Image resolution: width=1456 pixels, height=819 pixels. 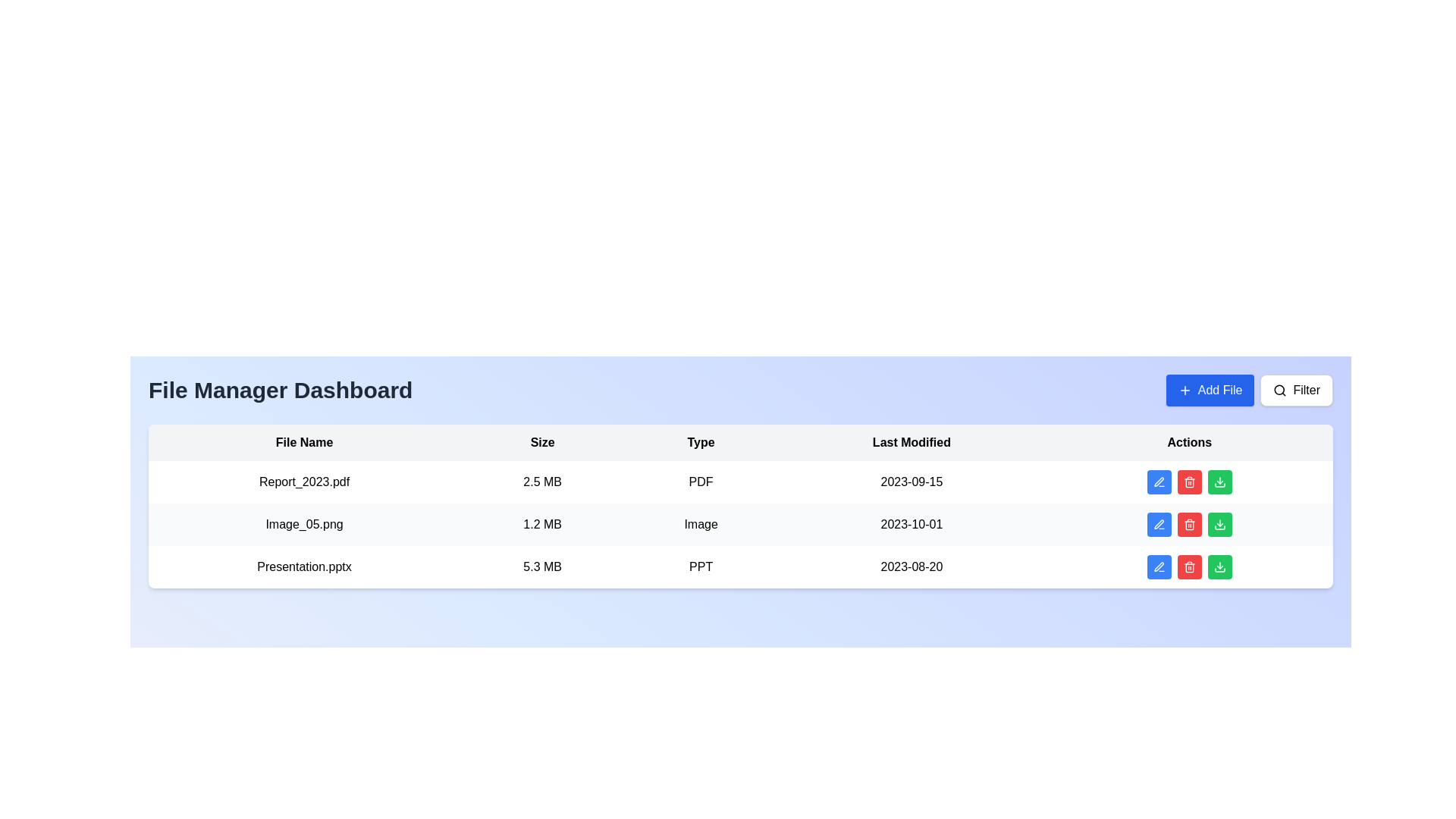 What do you see at coordinates (911, 567) in the screenshot?
I see `the text label displaying the date '2023-08-20' in the 'Last Modified' column of the row for 'Presentation.pptx'` at bounding box center [911, 567].